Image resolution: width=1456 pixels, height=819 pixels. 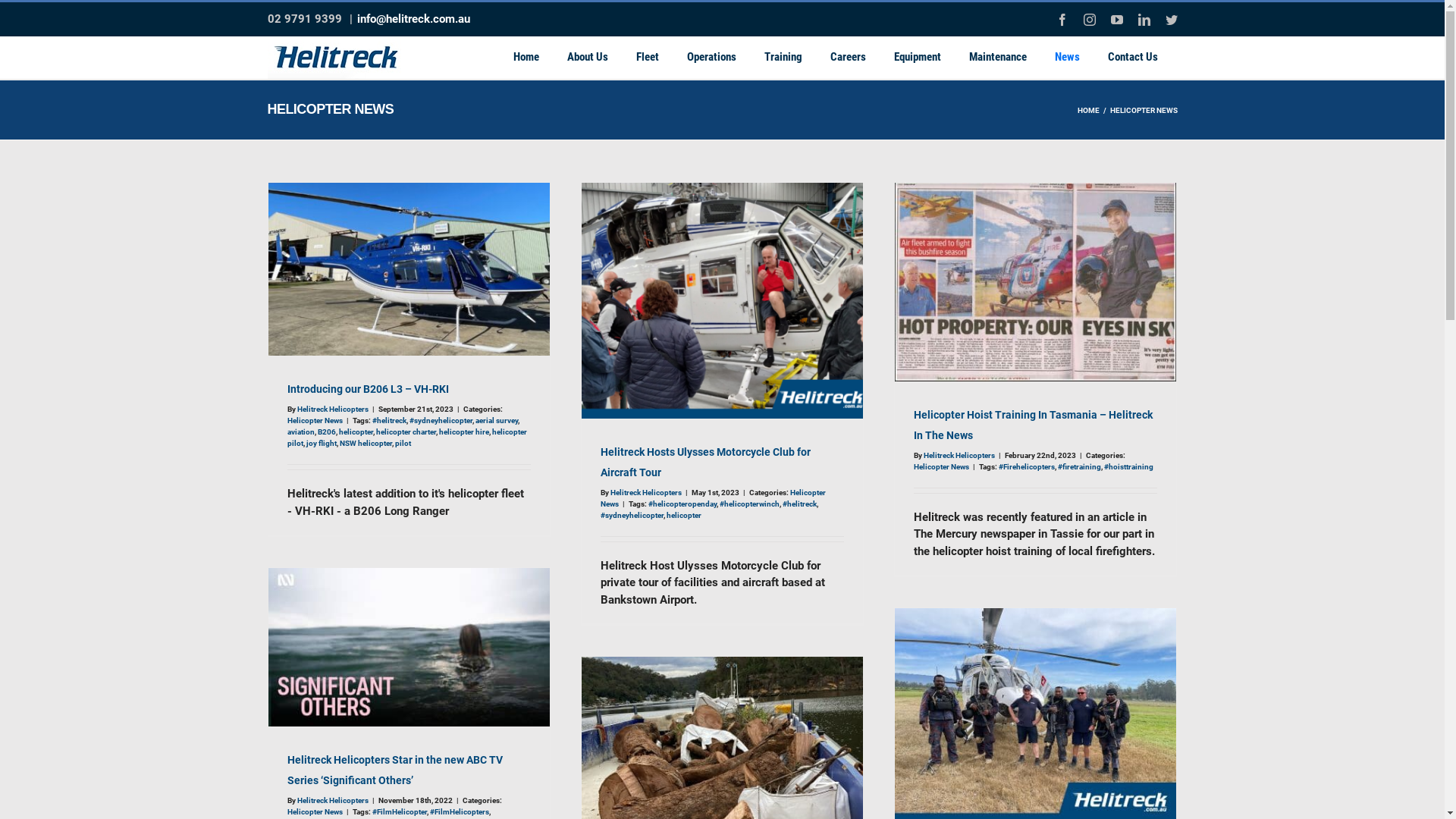 What do you see at coordinates (526, 56) in the screenshot?
I see `'Home'` at bounding box center [526, 56].